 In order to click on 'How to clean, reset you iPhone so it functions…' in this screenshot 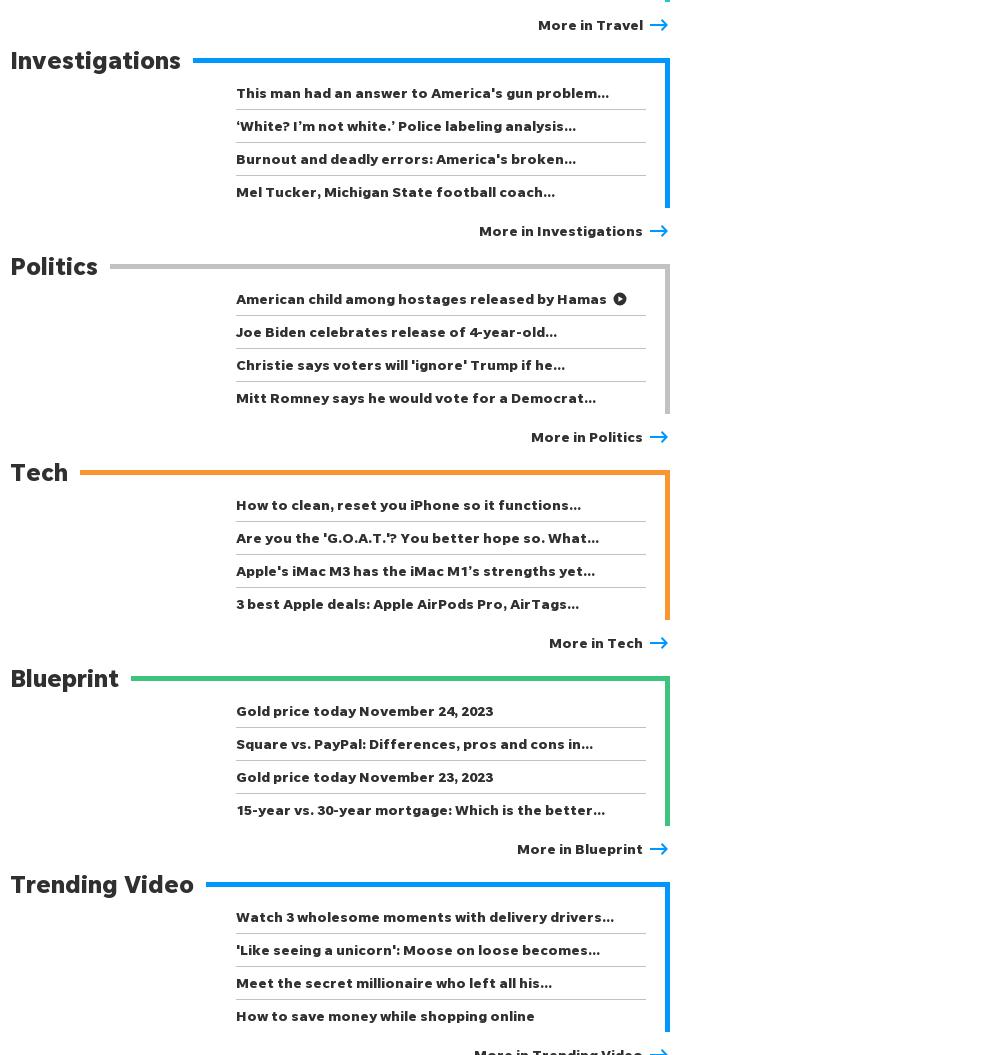, I will do `click(408, 504)`.